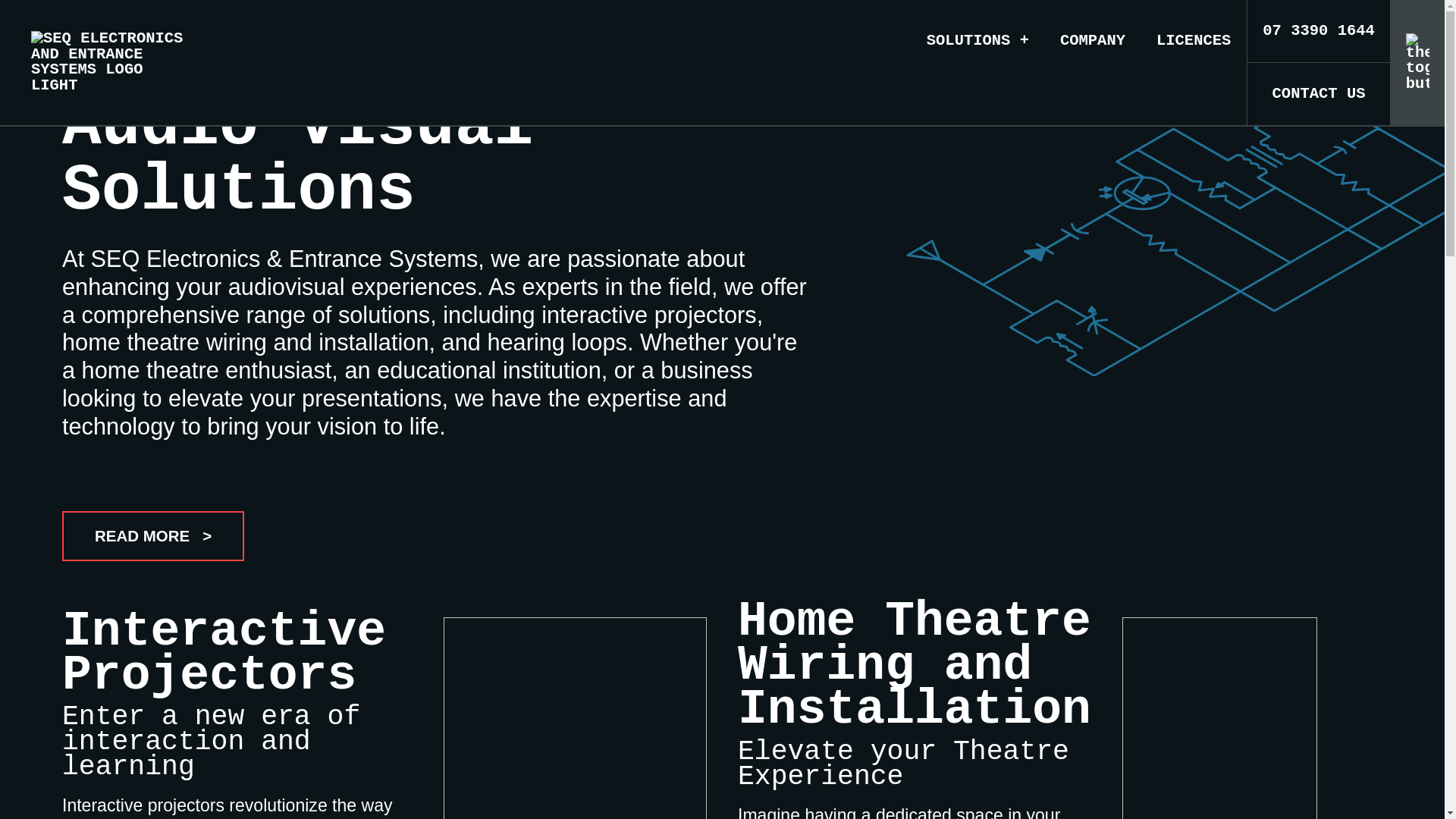 This screenshot has width=1456, height=819. What do you see at coordinates (1140, 61) in the screenshot?
I see `'LICENCES'` at bounding box center [1140, 61].